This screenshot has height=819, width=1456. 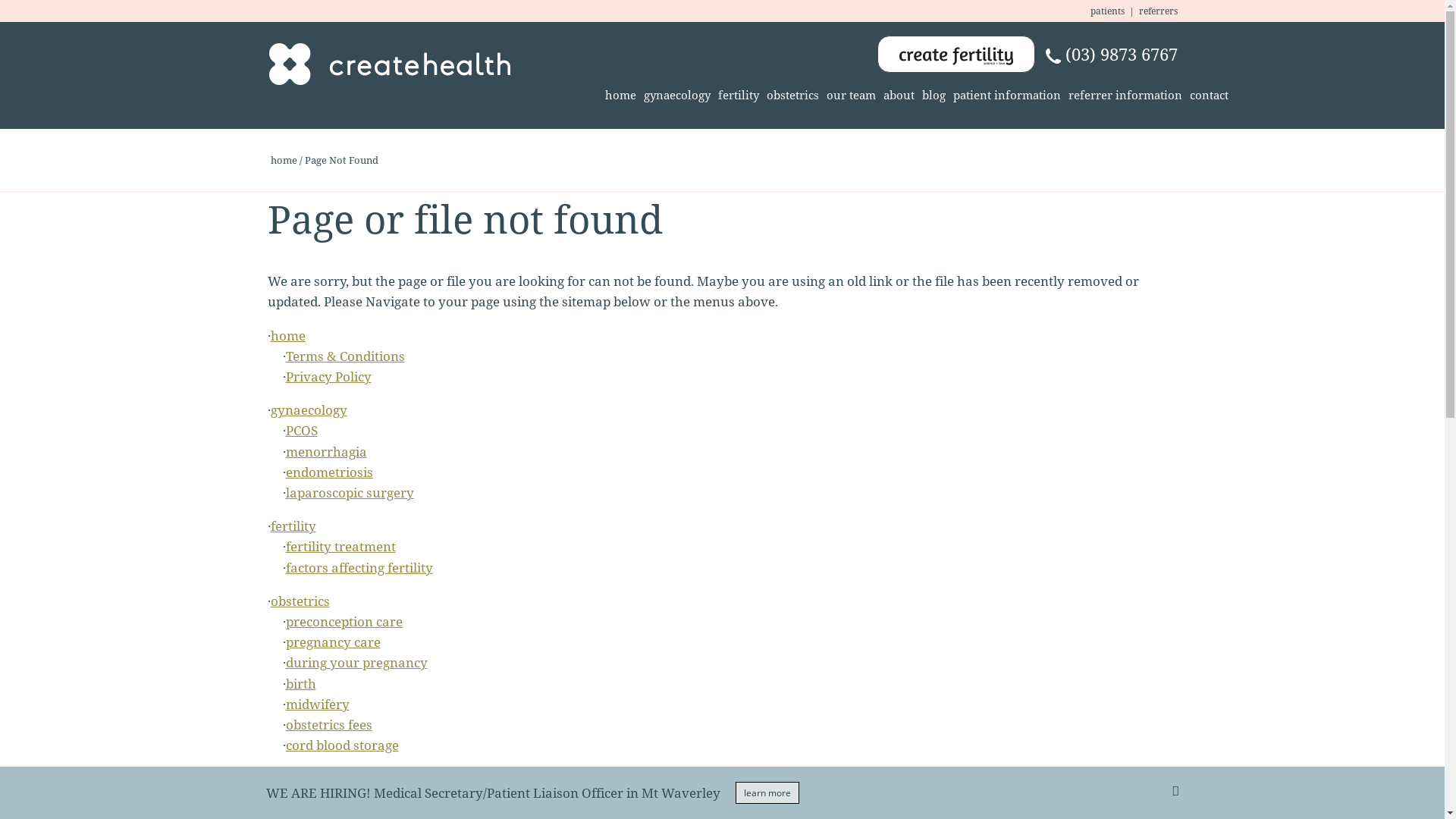 I want to click on 'patients', so click(x=1107, y=11).